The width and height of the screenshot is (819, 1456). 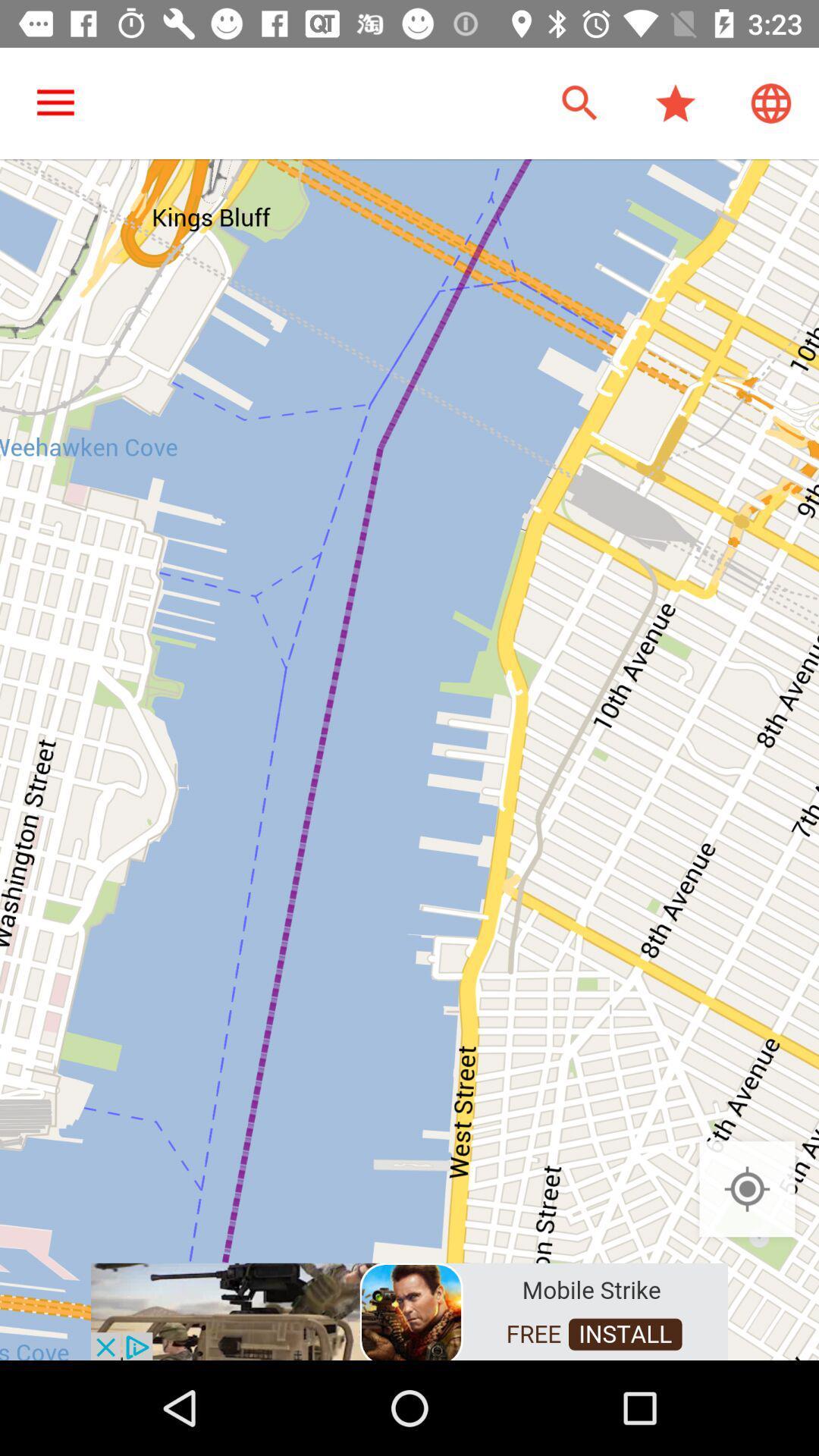 I want to click on icon at the bottom right corner, so click(x=746, y=1188).